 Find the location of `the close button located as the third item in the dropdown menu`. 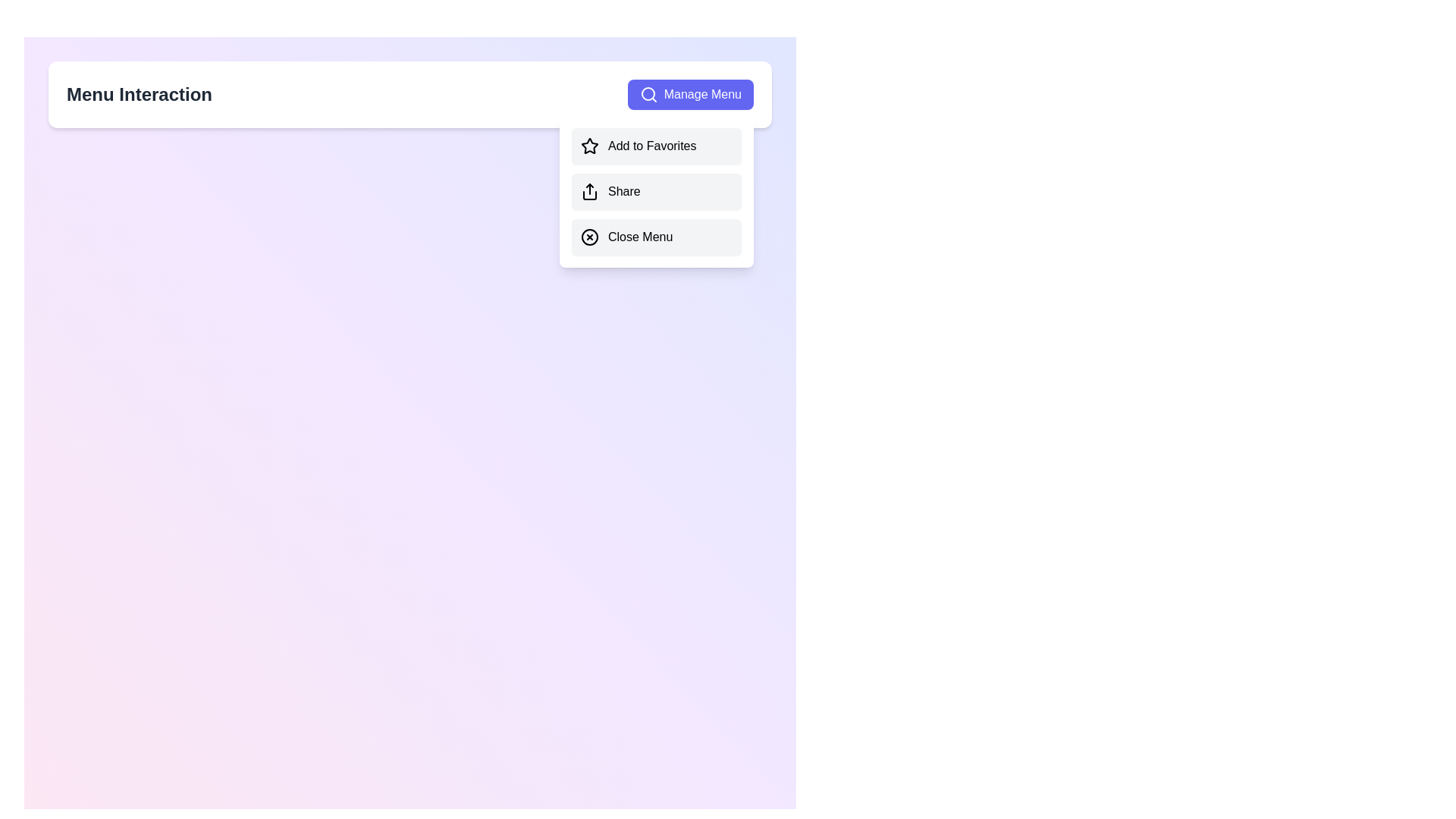

the close button located as the third item in the dropdown menu is located at coordinates (656, 237).